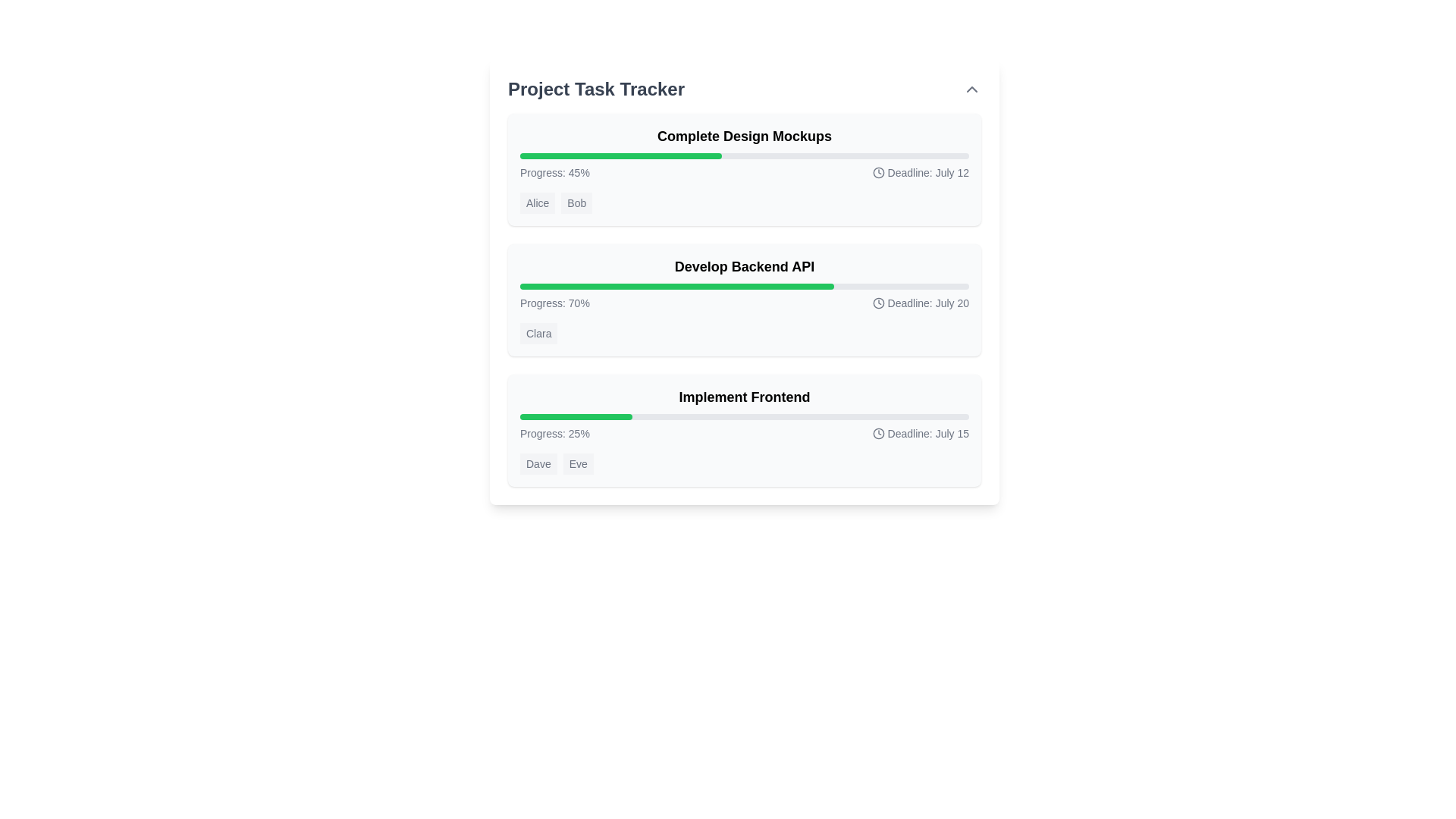  I want to click on the progress visually on the horizontal progress bar representing 70% completion for the 'Develop Backend API' task, so click(745, 287).